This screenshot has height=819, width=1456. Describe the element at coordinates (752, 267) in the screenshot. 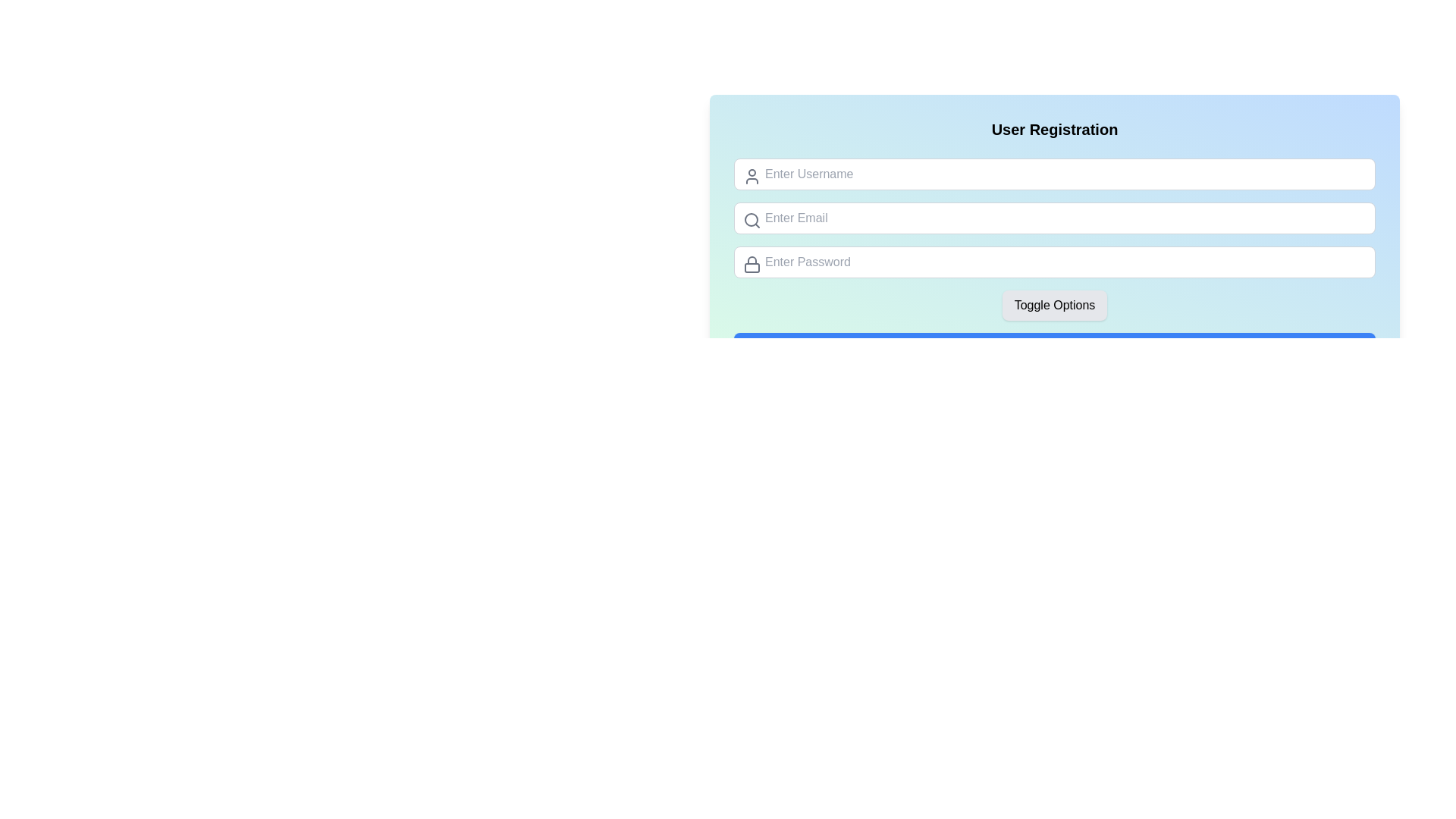

I see `the lower section of the lock icon representing secure entry in the 'User Registration' form, located to the left of the 'Enter Password' input field` at that location.